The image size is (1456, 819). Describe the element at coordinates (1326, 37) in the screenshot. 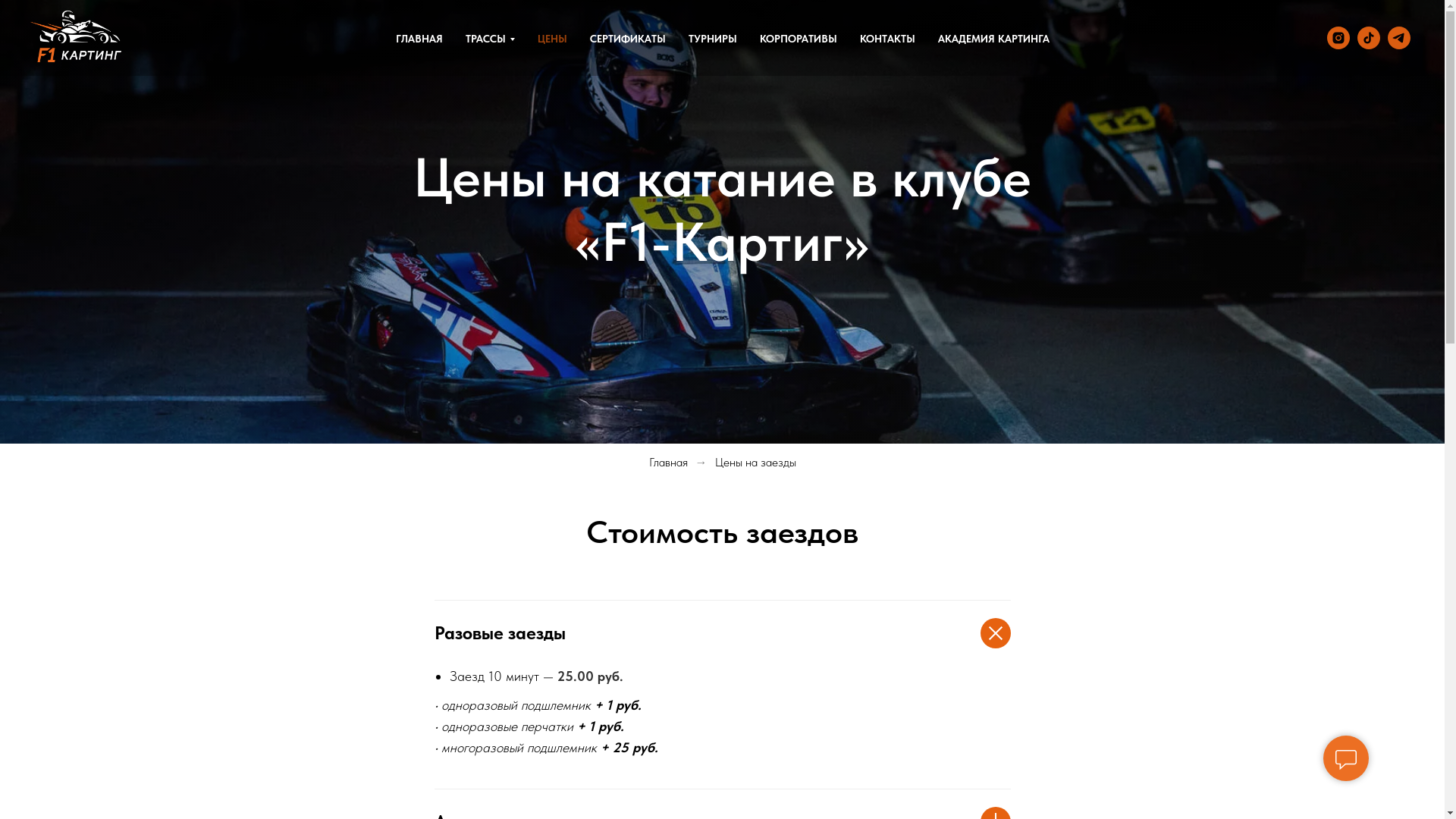

I see `'Instagram'` at that location.